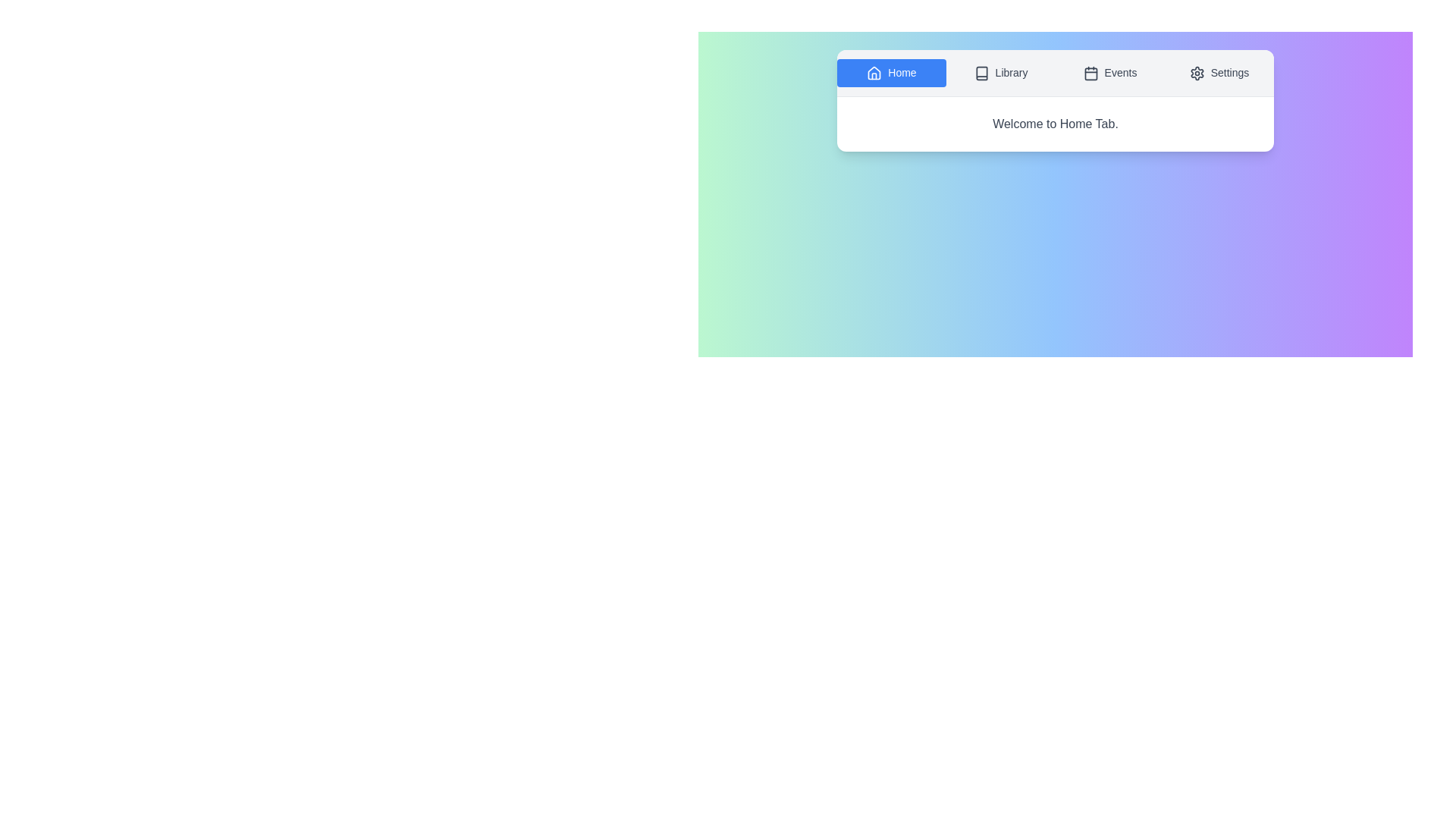  Describe the element at coordinates (1055, 122) in the screenshot. I see `the static text element displaying 'Welcome to Home Tab.' which is centered below the navigation menu in a light-gray font against a white background` at that location.